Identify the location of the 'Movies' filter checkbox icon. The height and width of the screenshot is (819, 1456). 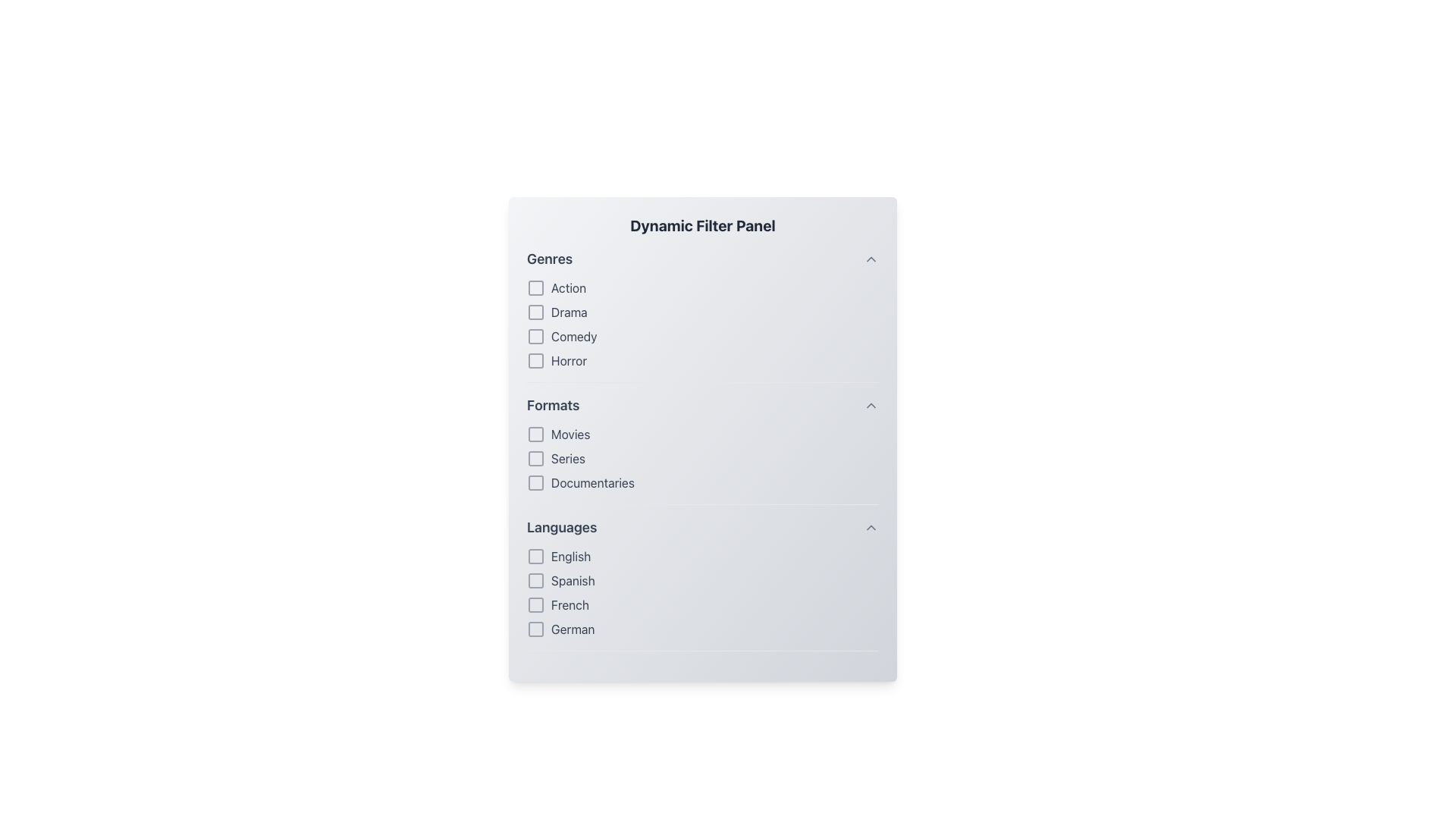
(535, 435).